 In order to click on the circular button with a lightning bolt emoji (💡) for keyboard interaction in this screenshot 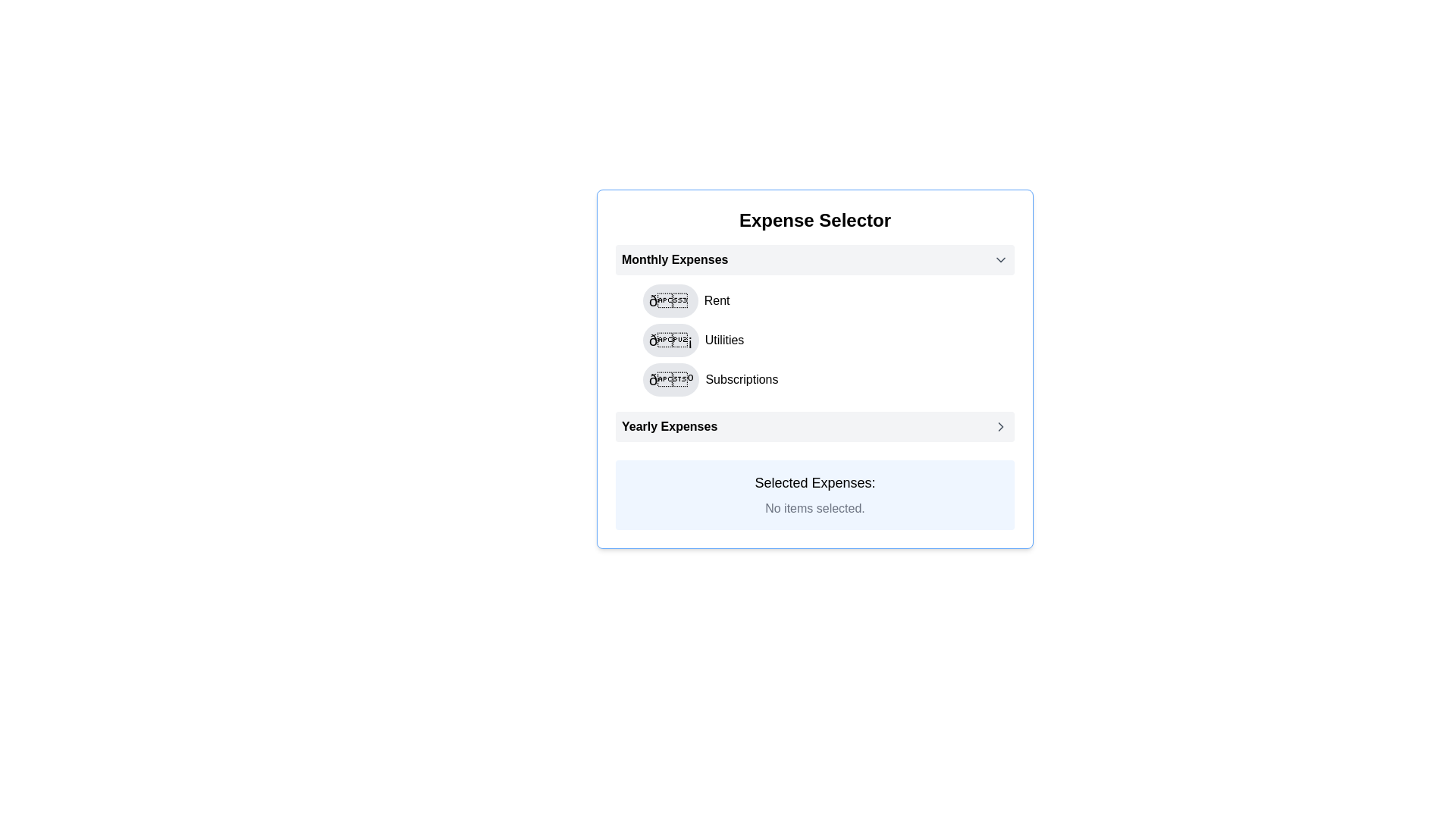, I will do `click(670, 339)`.